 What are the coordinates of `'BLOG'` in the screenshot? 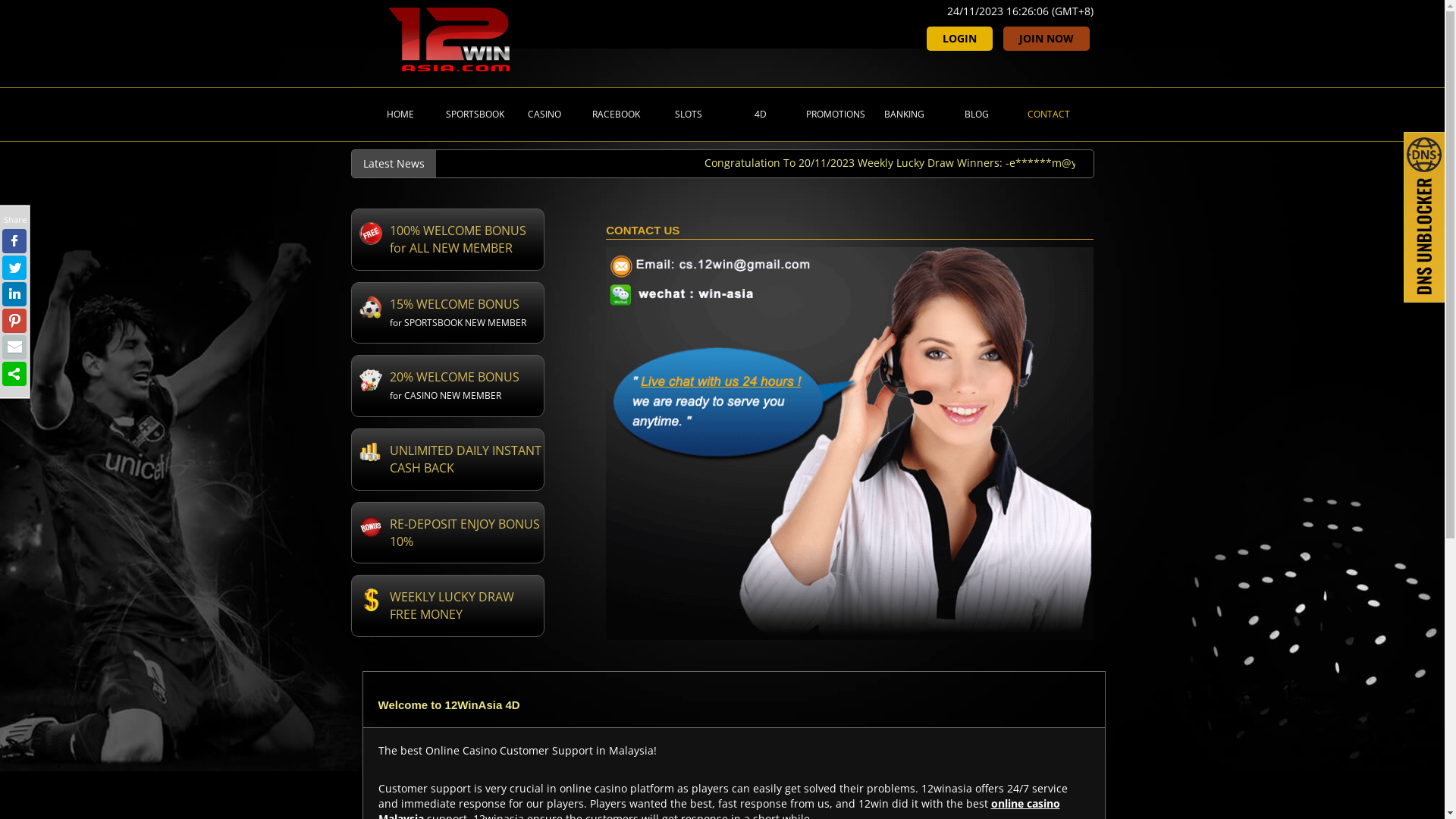 It's located at (974, 113).